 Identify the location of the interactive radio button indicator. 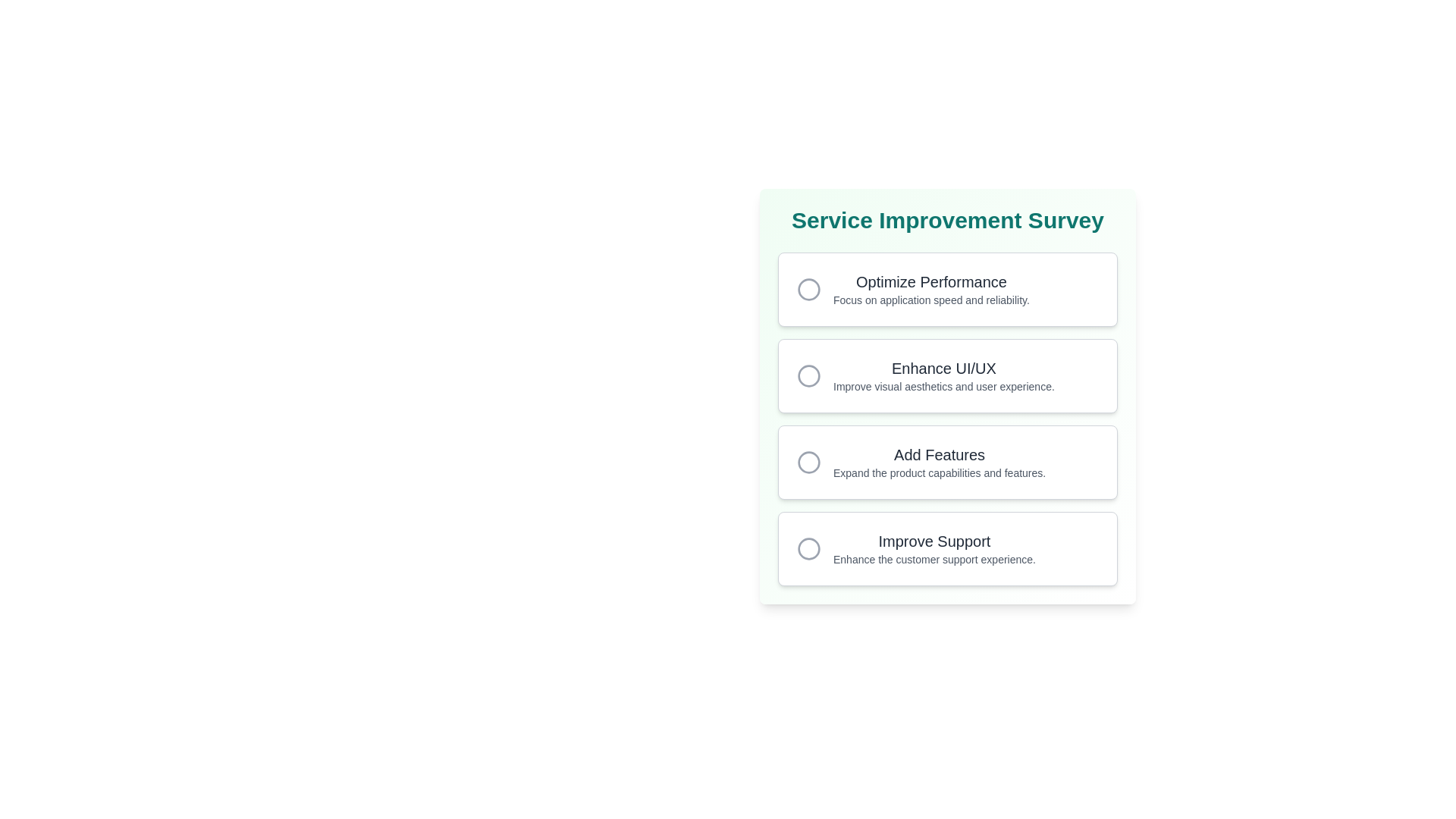
(808, 375).